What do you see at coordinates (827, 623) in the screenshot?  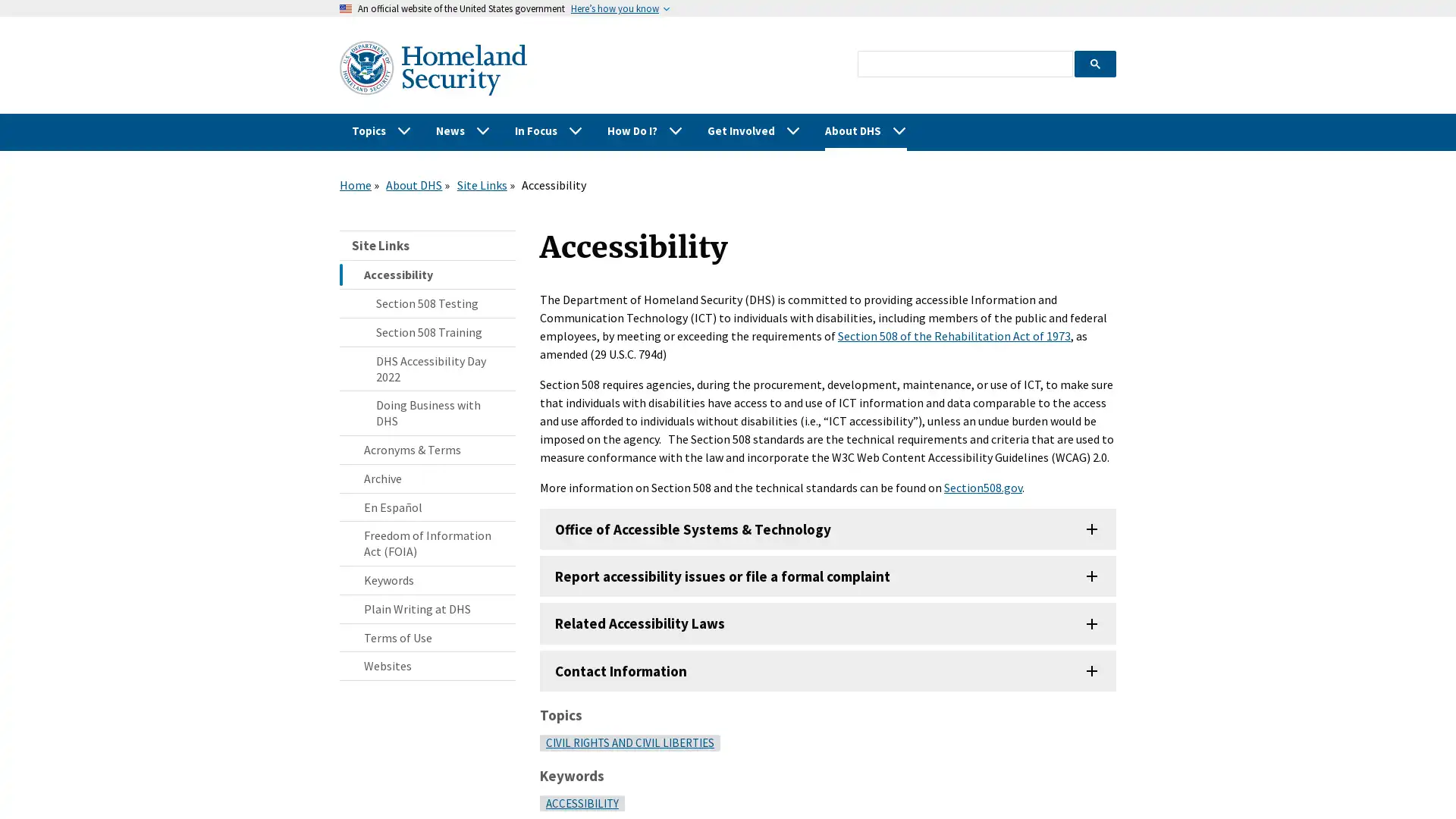 I see `Related Accessibility Laws` at bounding box center [827, 623].